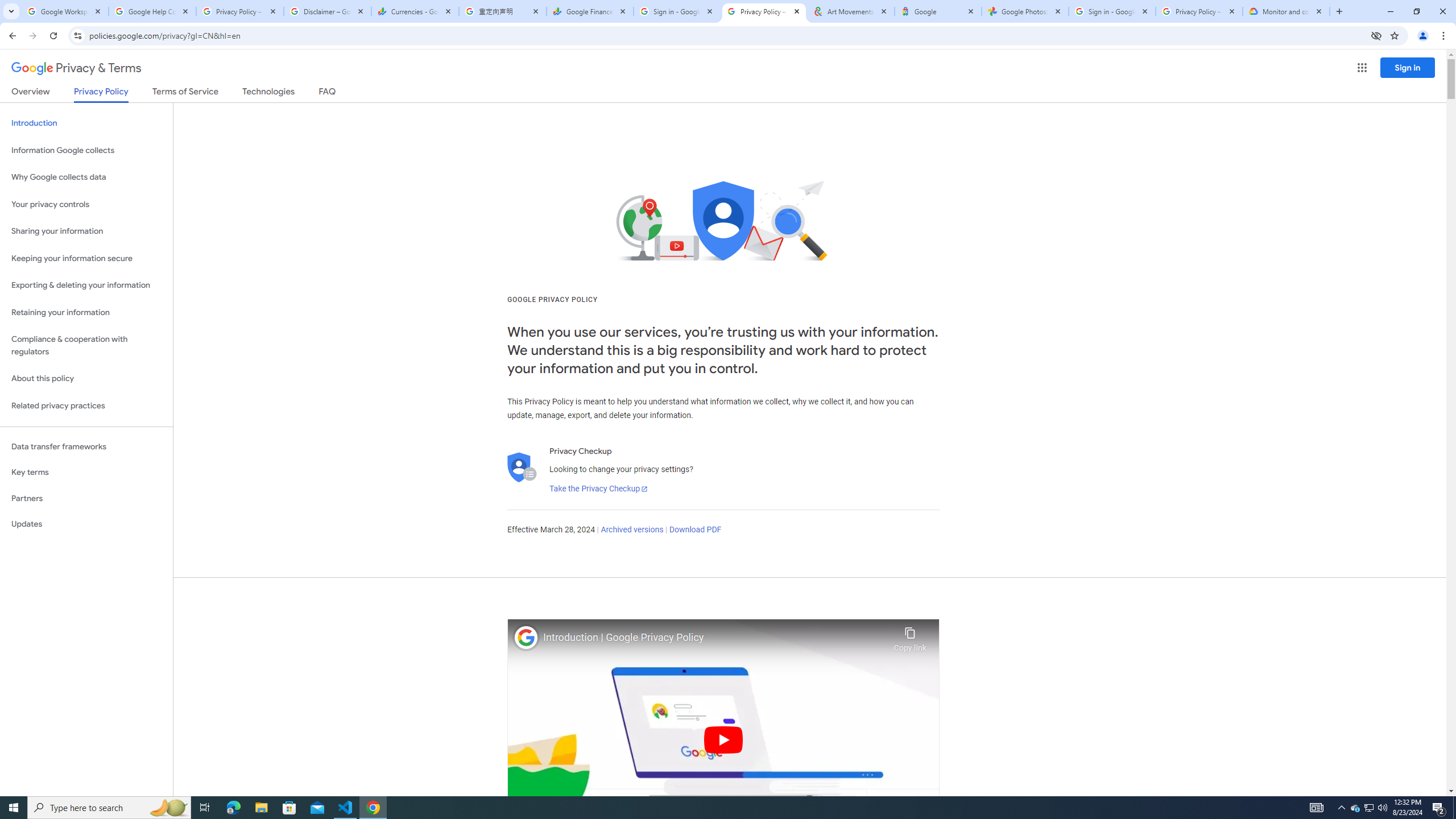 The width and height of the screenshot is (1456, 819). Describe the element at coordinates (415, 11) in the screenshot. I see `'Currencies - Google Finance'` at that location.